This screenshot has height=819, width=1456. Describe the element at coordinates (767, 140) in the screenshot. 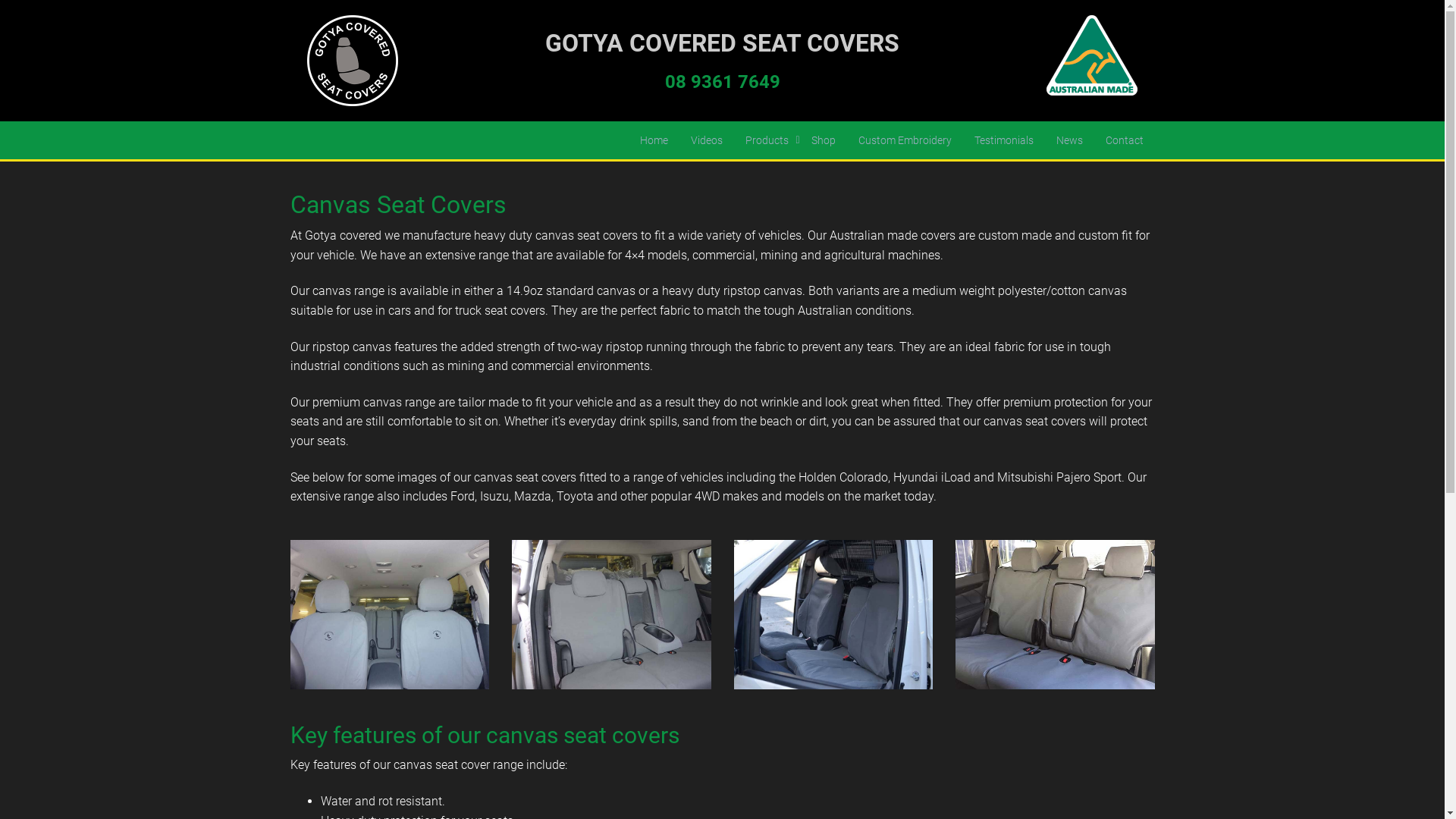

I see `'Products'` at that location.